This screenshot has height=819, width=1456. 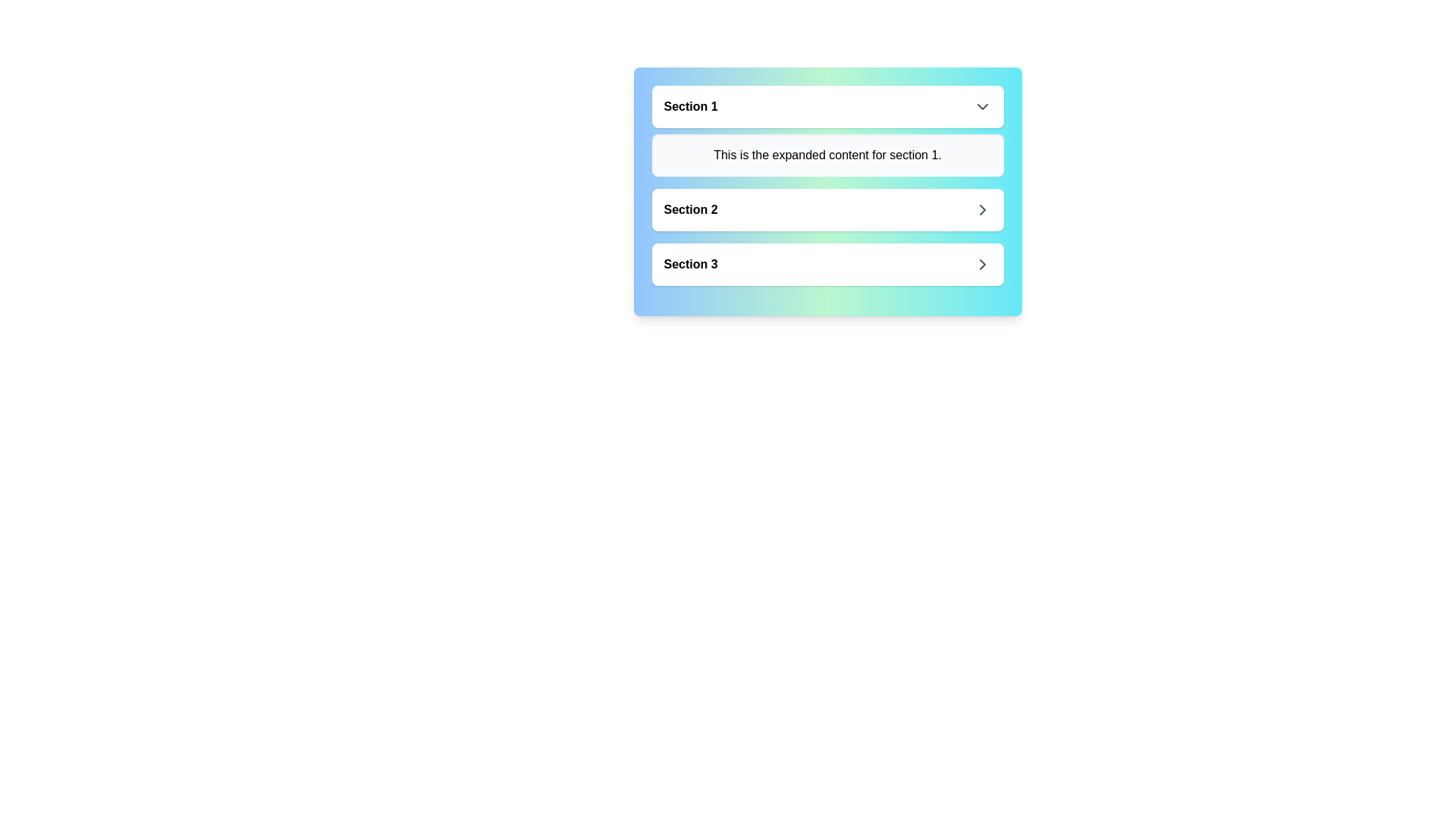 What do you see at coordinates (982, 210) in the screenshot?
I see `the chevron arrow icon located at the right end of the 'Section 2' bar` at bounding box center [982, 210].